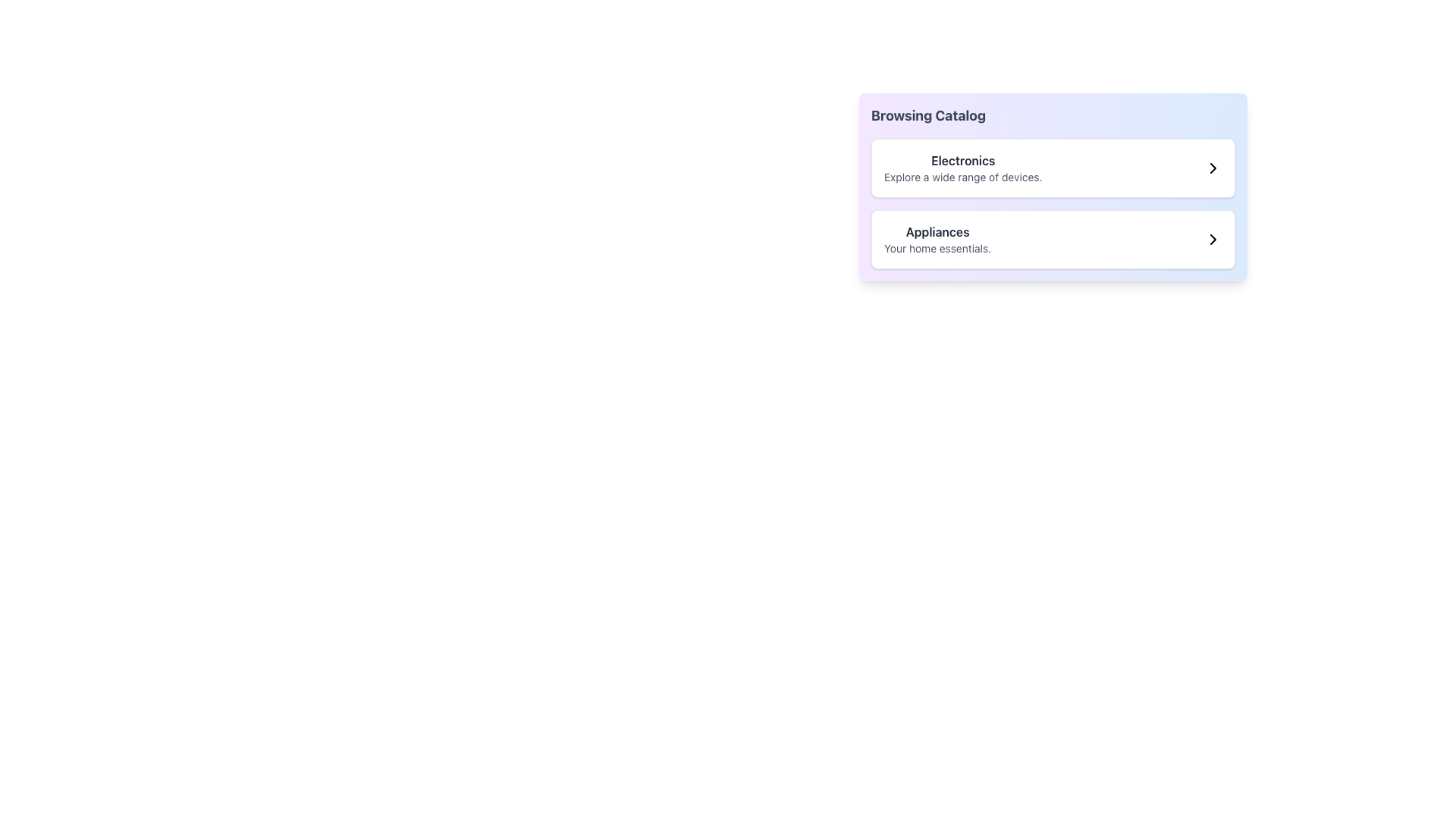 This screenshot has height=819, width=1456. I want to click on the static descriptive text element for the 'Appliances' category, located below the bold title 'Appliances' in the bottom-right portion of the card, so click(937, 247).